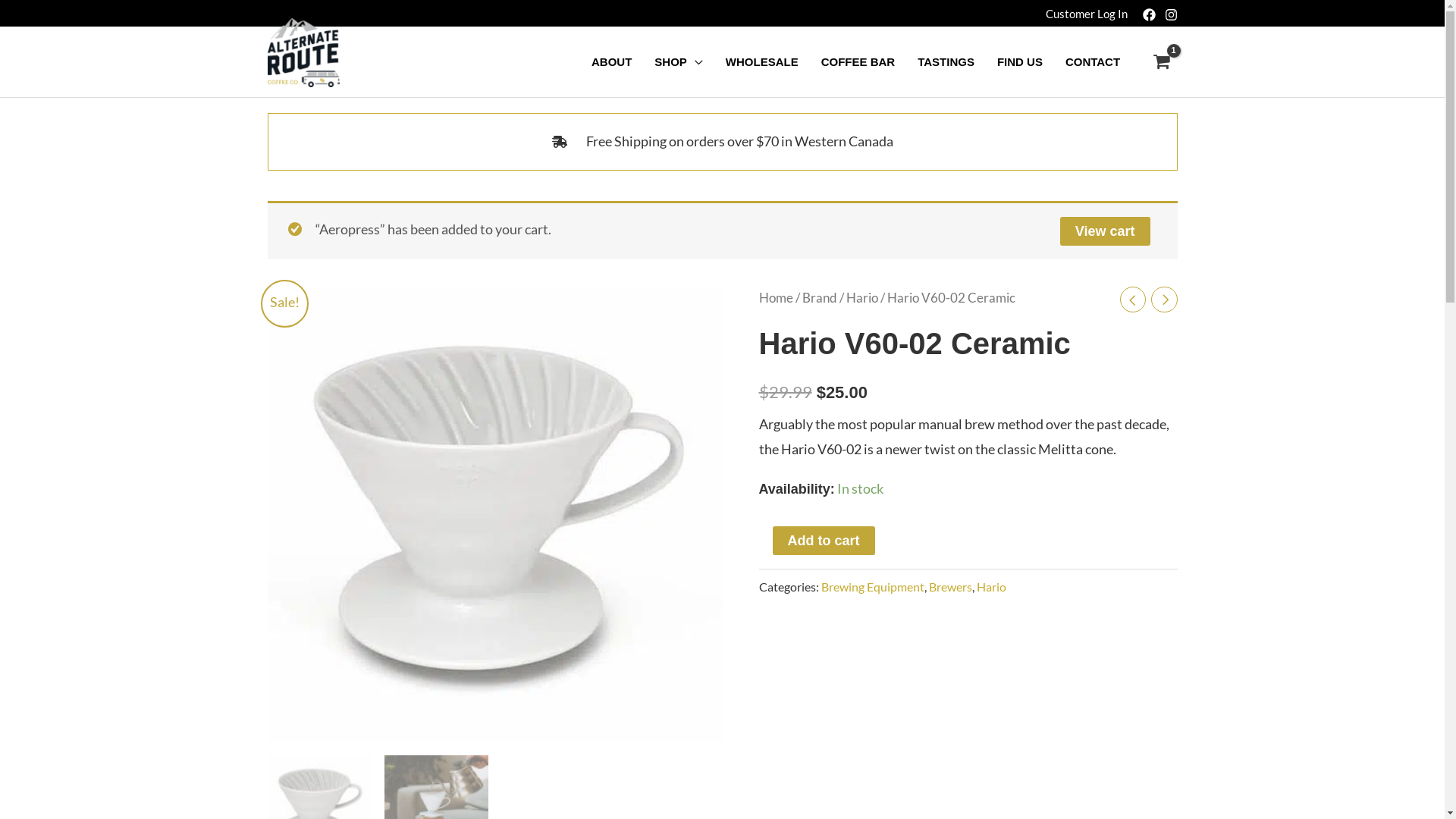  What do you see at coordinates (945, 61) in the screenshot?
I see `'TASTINGS'` at bounding box center [945, 61].